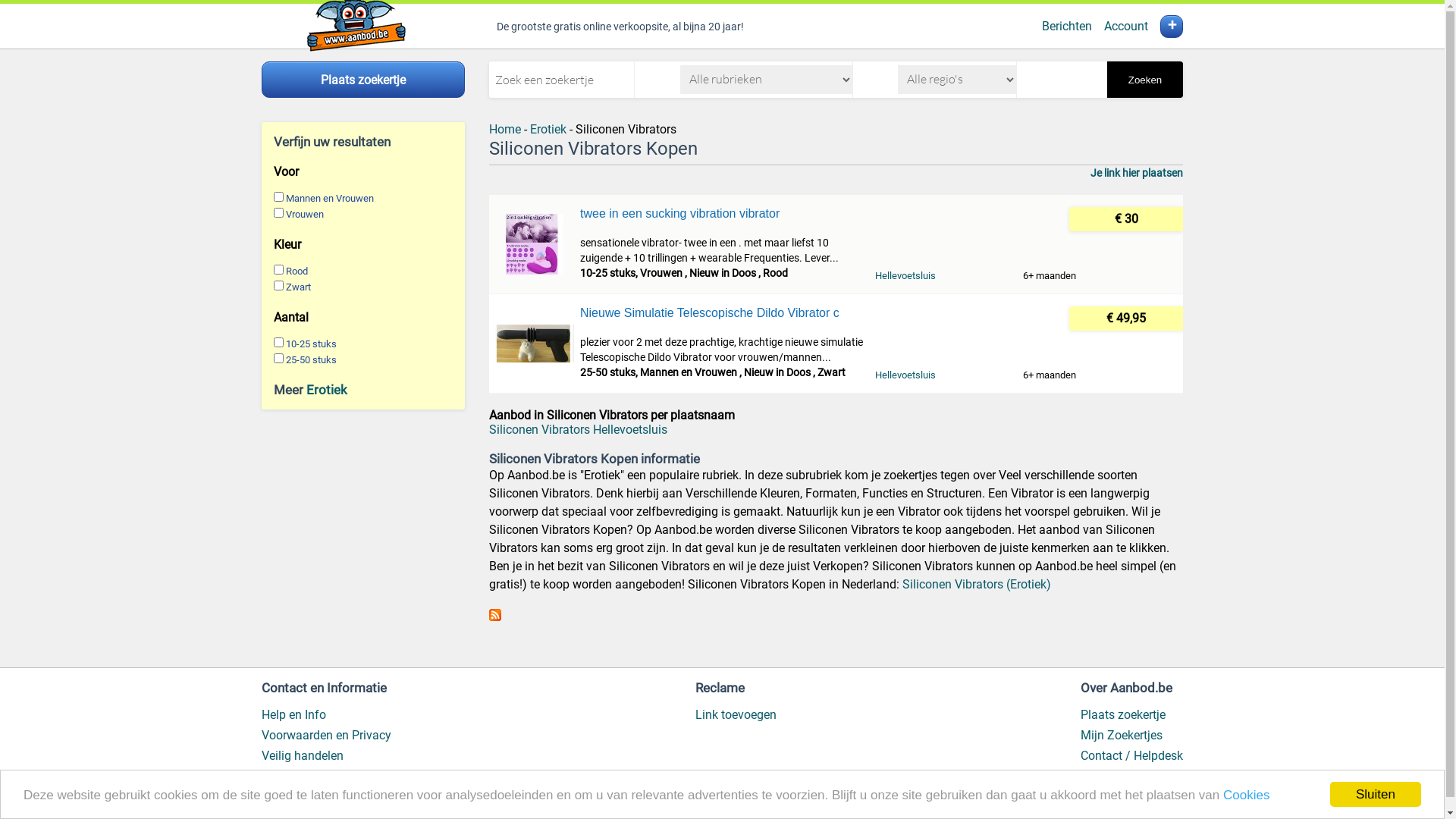 This screenshot has height=819, width=1456. I want to click on 'Mijn Zoekertjes', so click(1121, 734).